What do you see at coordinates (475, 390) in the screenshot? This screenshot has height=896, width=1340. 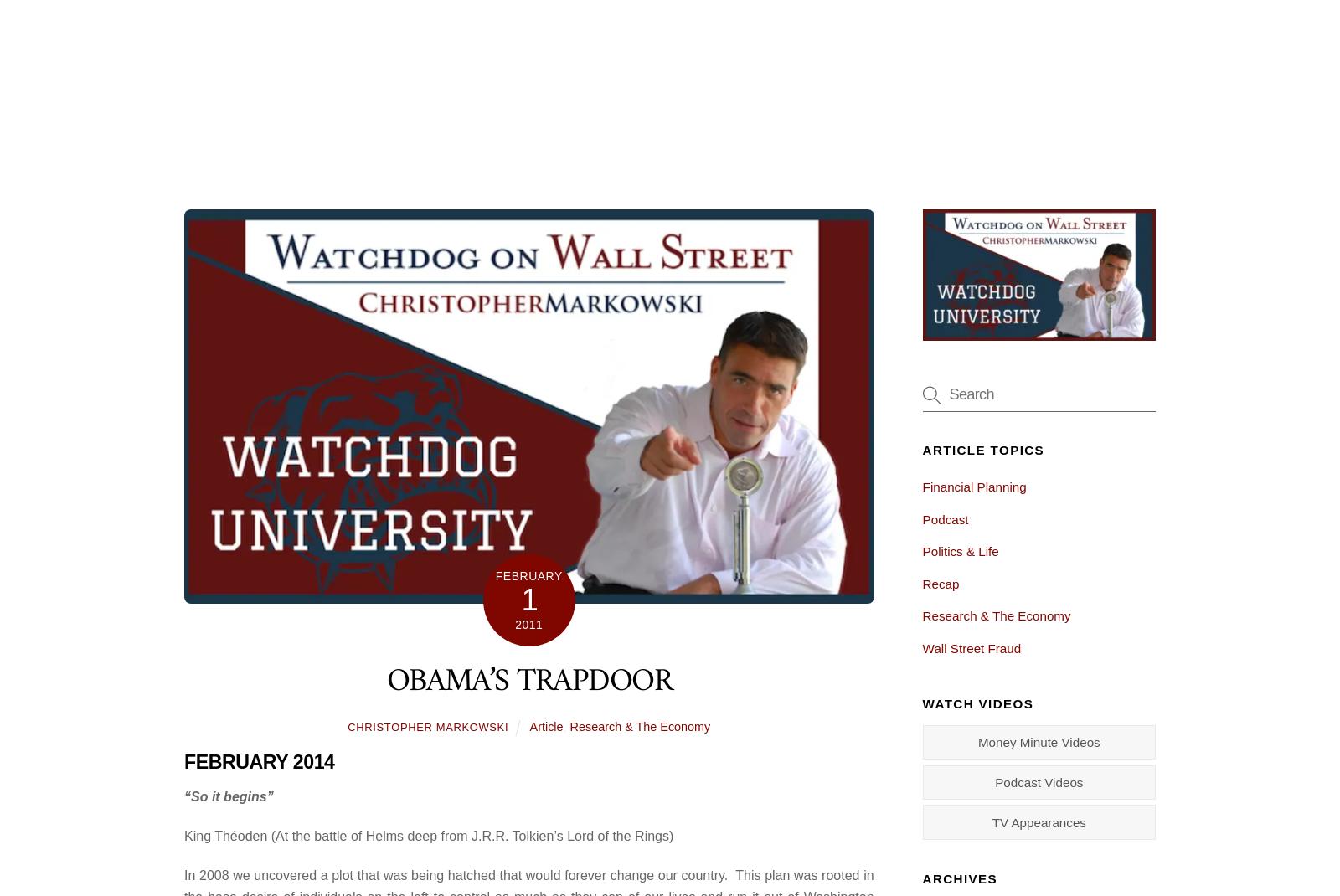 I see `'Soon after implementation you will have the'` at bounding box center [475, 390].